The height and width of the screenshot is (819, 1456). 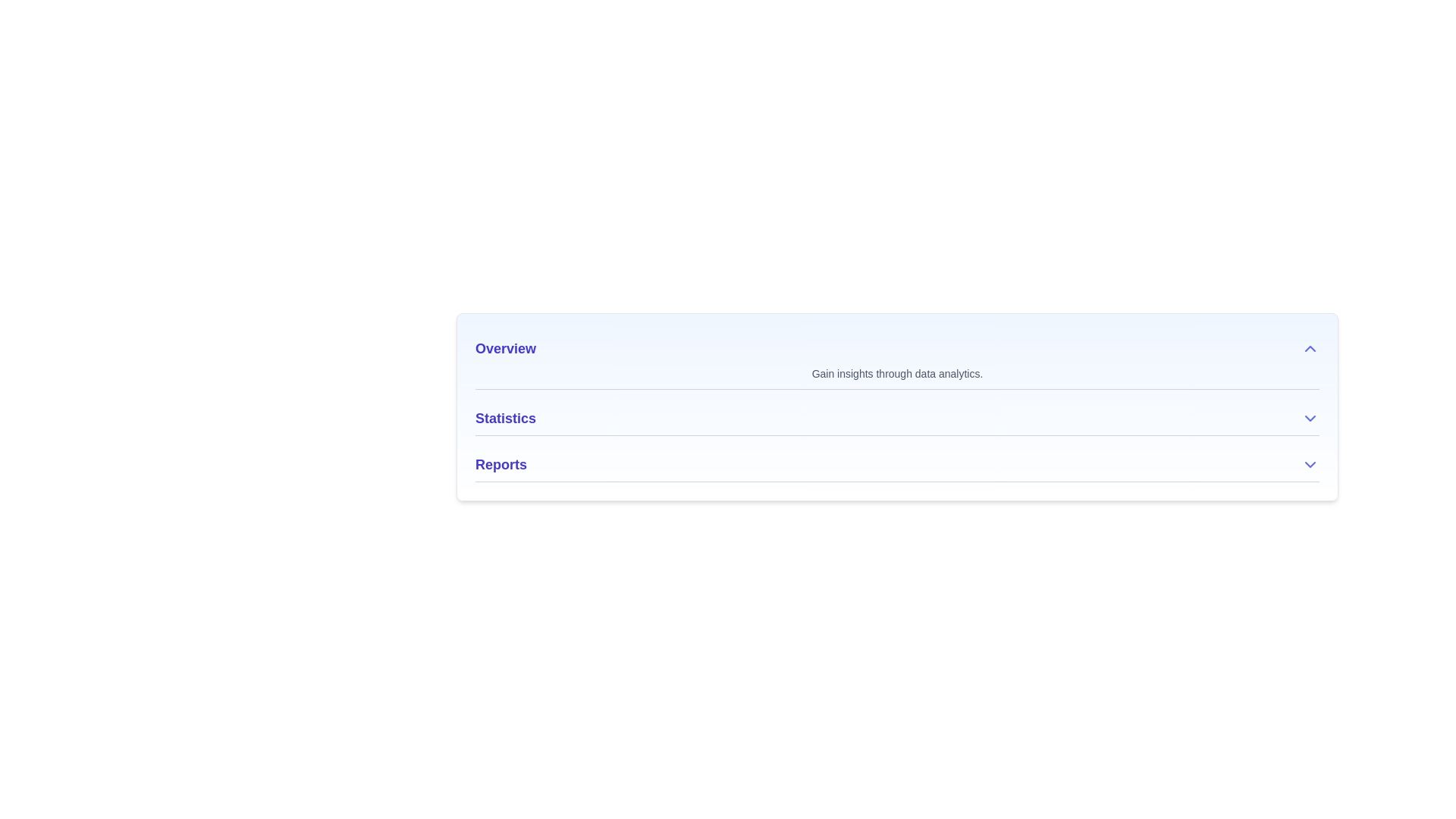 What do you see at coordinates (501, 463) in the screenshot?
I see `the bold, large-sized indigo-blue text label reading 'Reports'` at bounding box center [501, 463].